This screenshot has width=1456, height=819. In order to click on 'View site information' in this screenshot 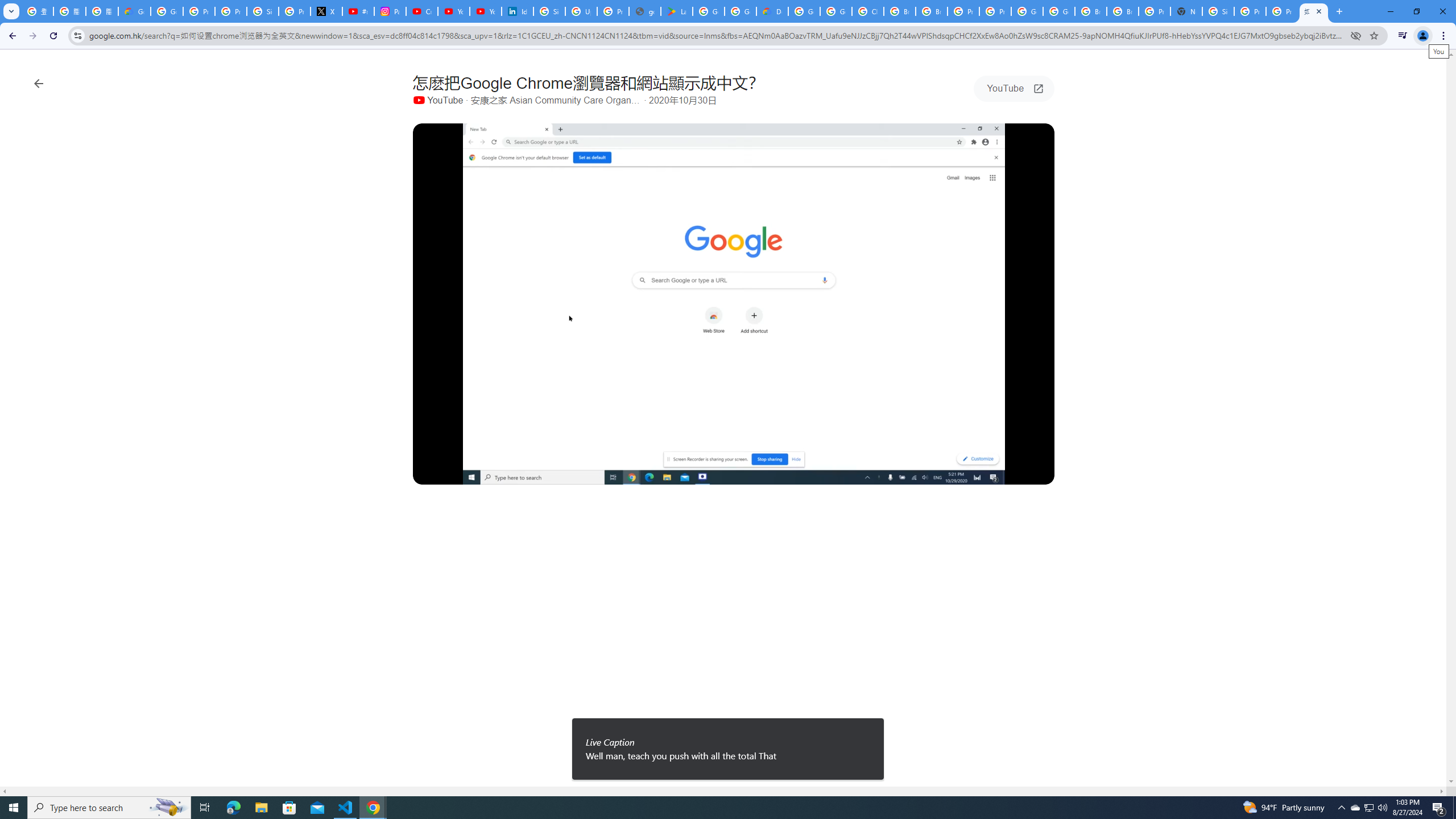, I will do `click(77, 35)`.